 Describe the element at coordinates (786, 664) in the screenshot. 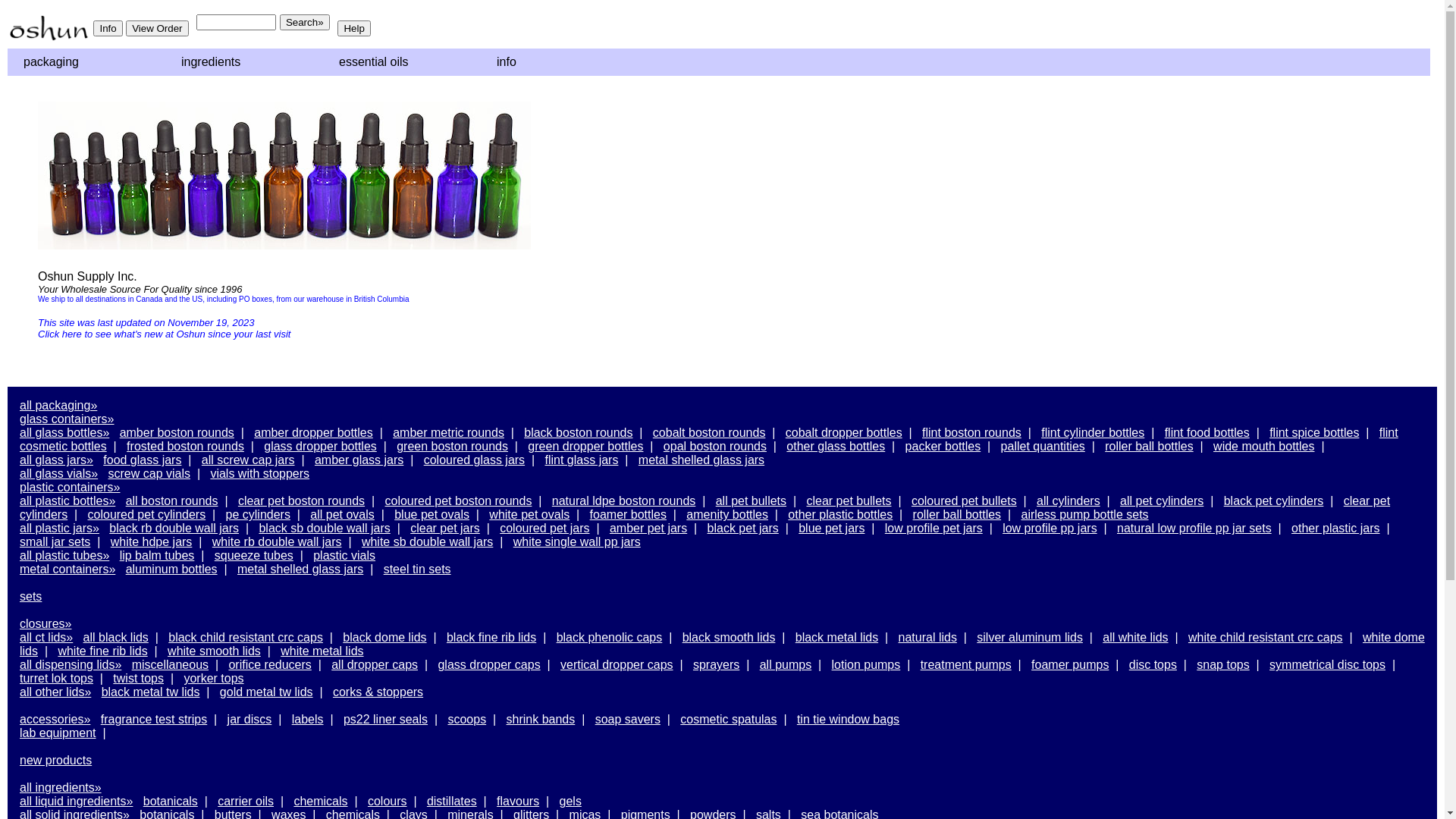

I see `'all pumps'` at that location.